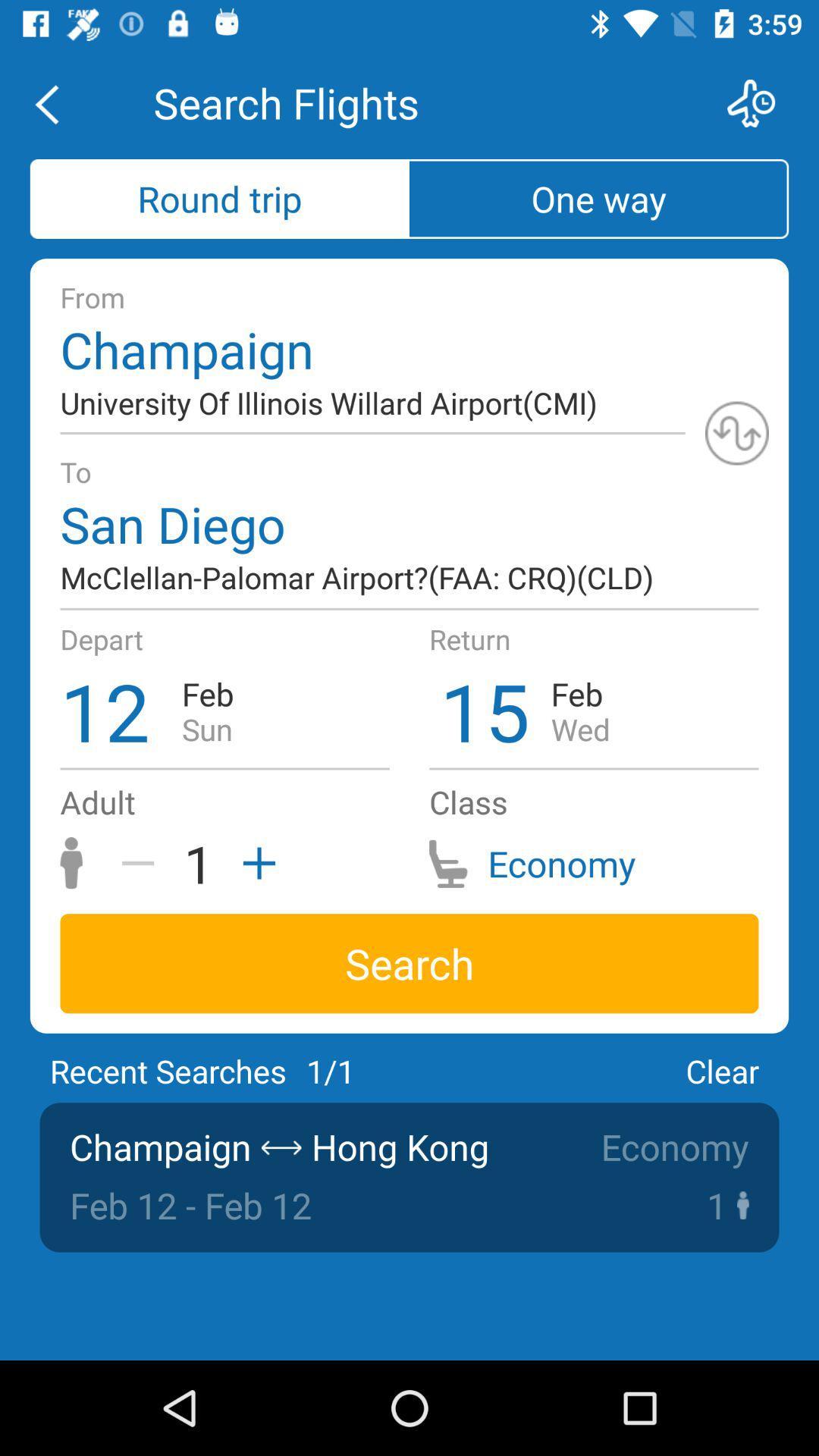  What do you see at coordinates (721, 1070) in the screenshot?
I see `clear icon` at bounding box center [721, 1070].